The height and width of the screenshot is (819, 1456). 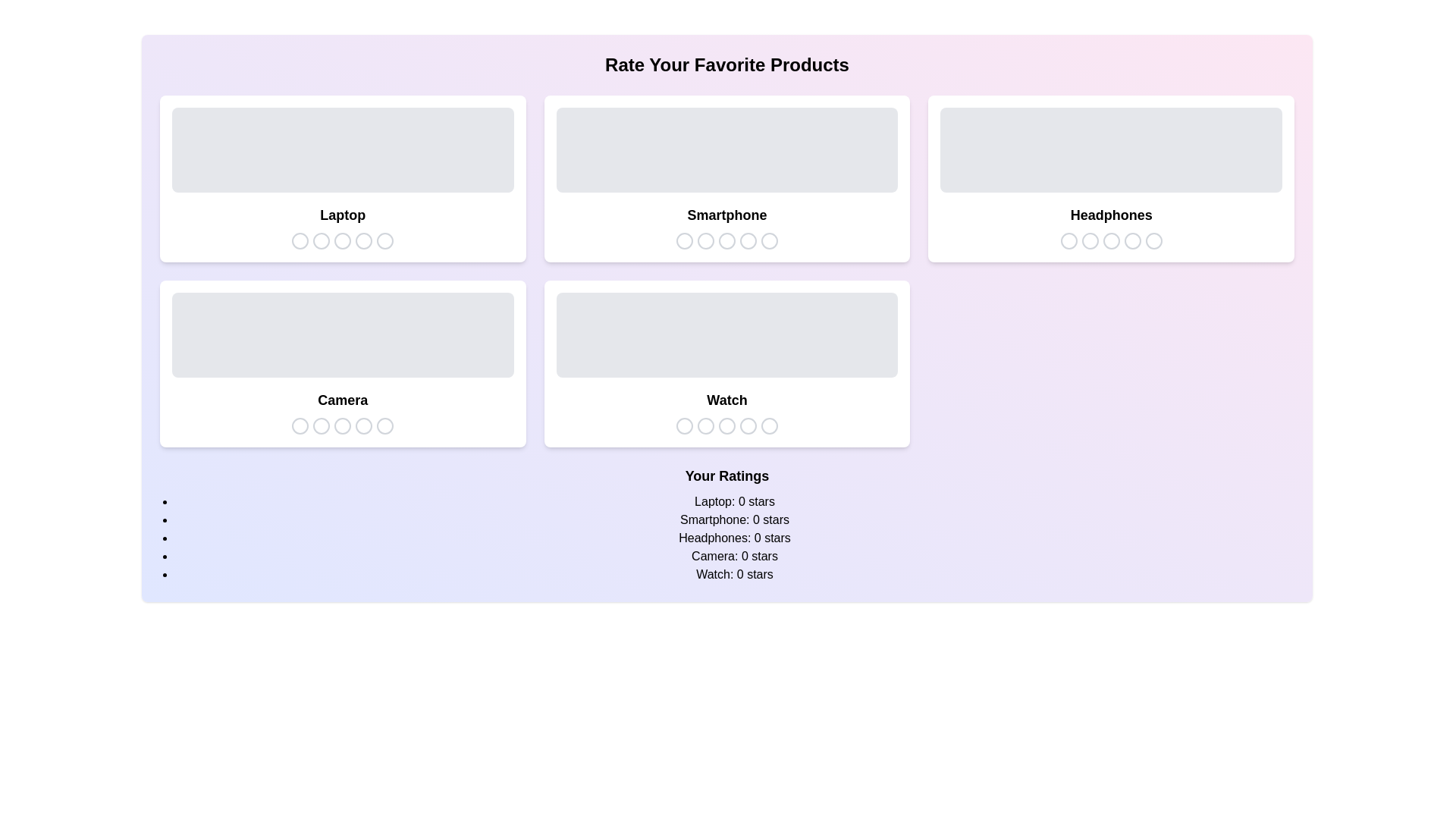 What do you see at coordinates (1110, 240) in the screenshot?
I see `the star icon corresponding to 3 stars for the product Headphones` at bounding box center [1110, 240].